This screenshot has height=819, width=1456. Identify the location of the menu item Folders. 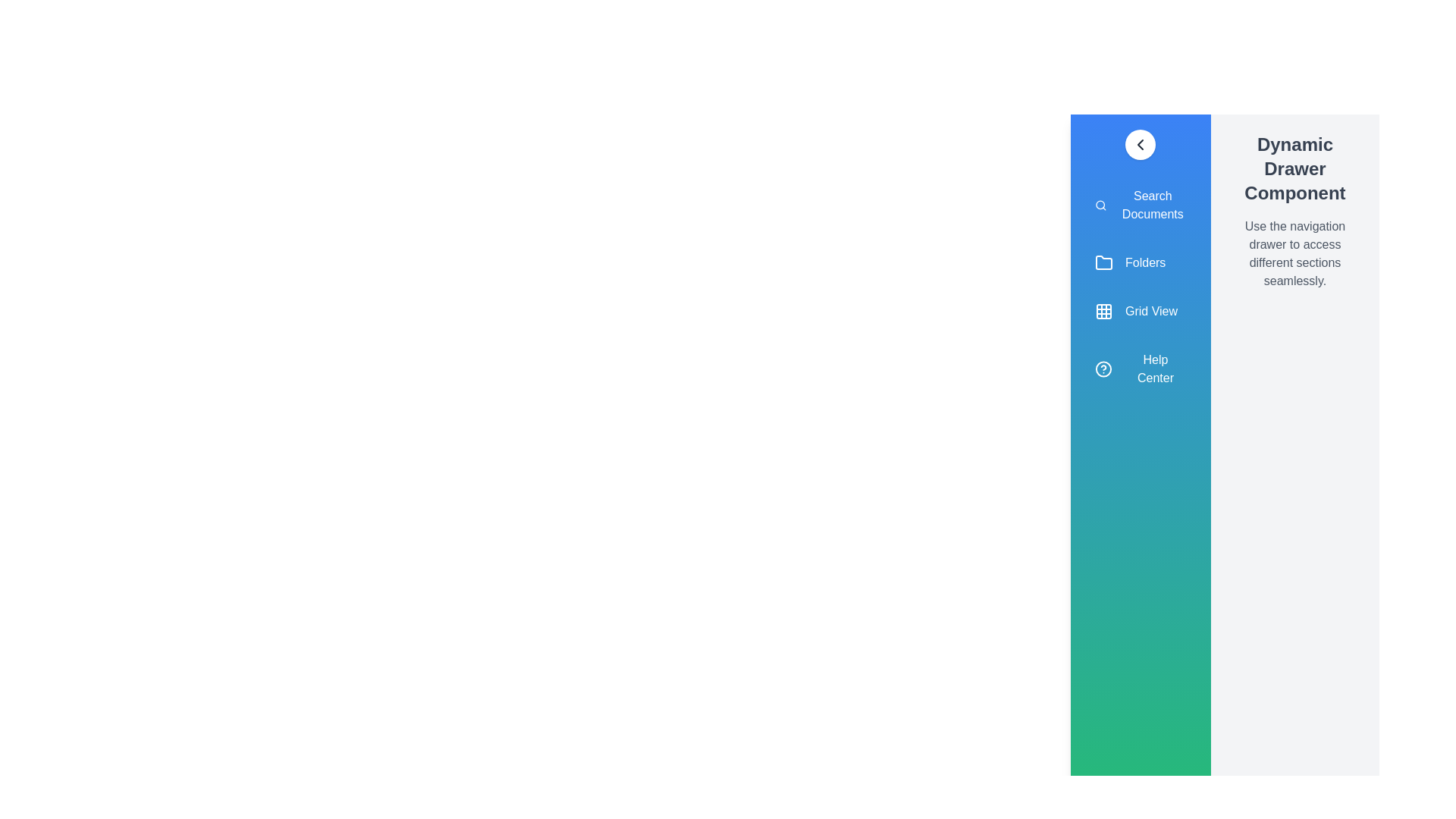
(1140, 262).